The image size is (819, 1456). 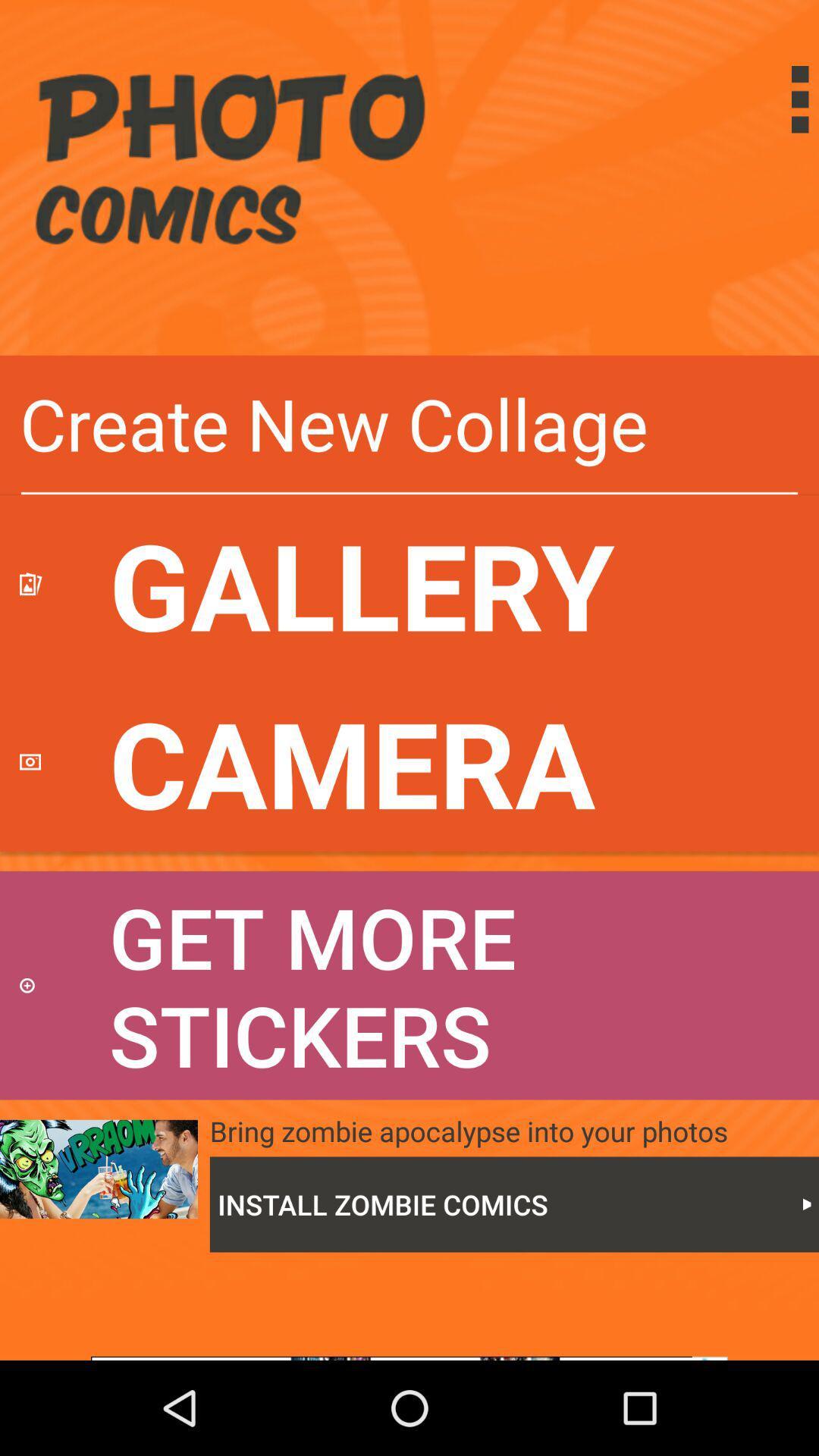 I want to click on the more icon, so click(x=769, y=99).